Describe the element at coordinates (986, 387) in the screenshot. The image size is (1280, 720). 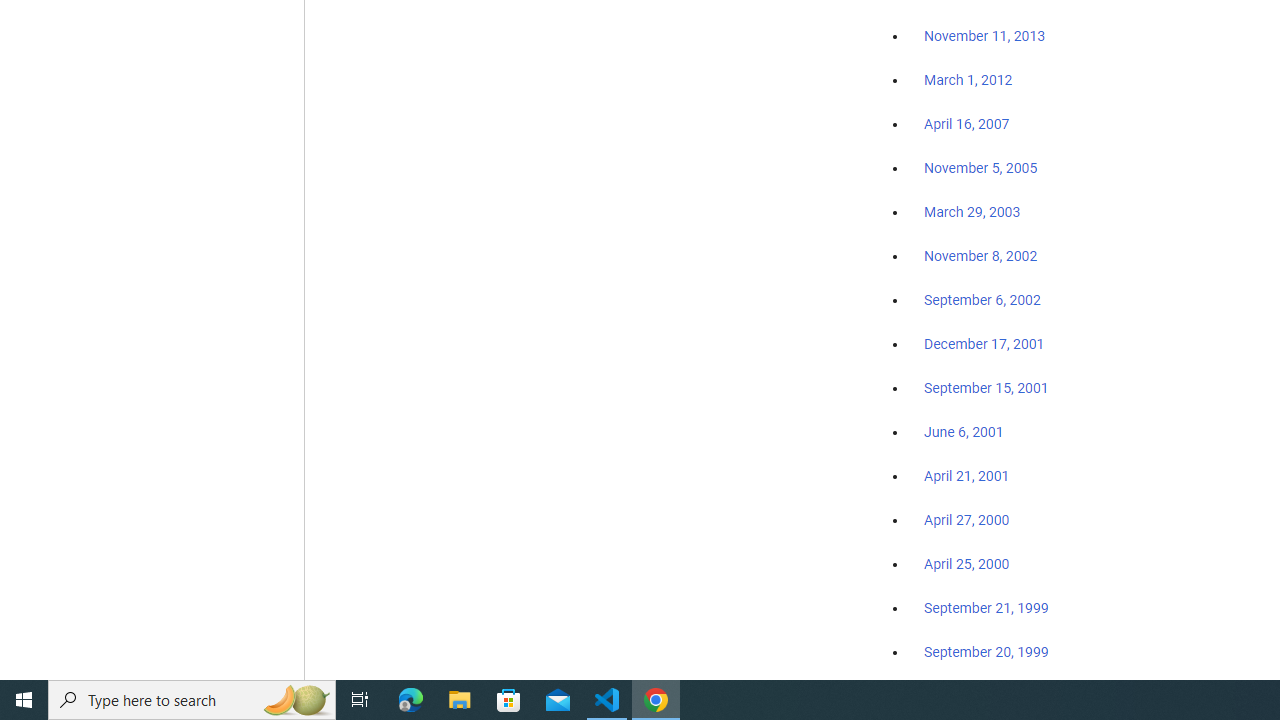
I see `'September 15, 2001'` at that location.